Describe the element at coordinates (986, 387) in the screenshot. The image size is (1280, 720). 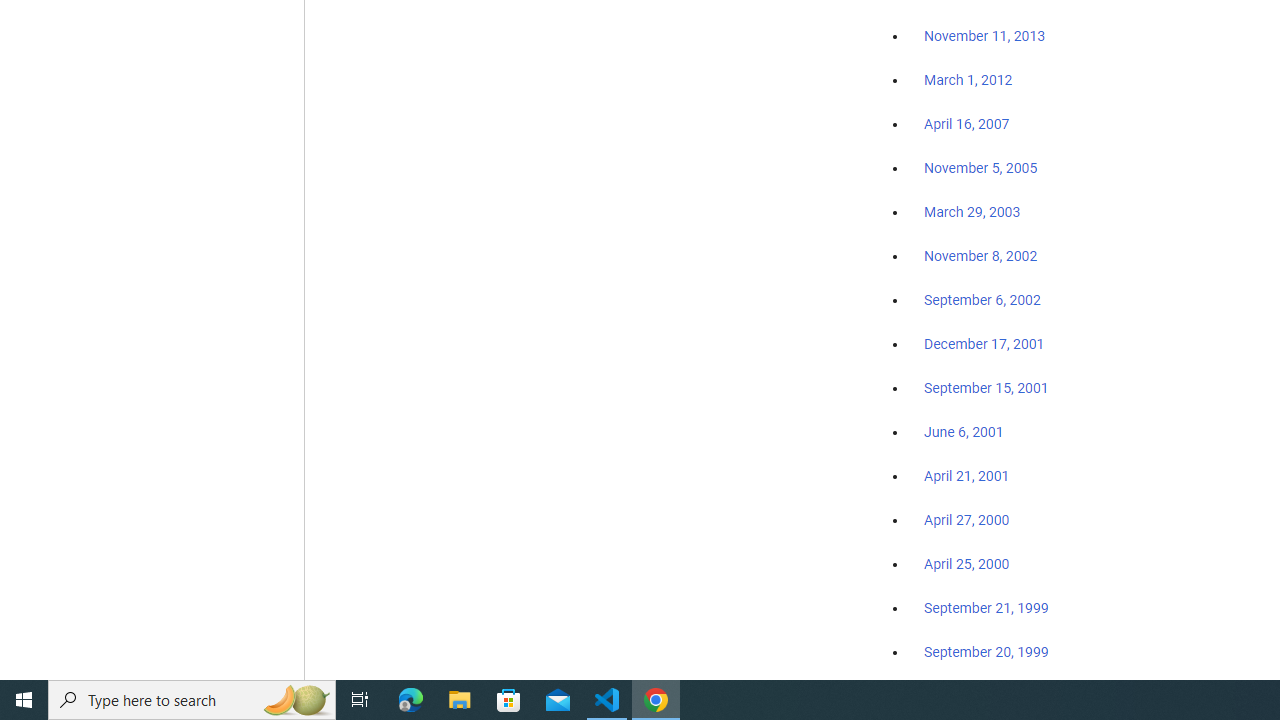
I see `'September 15, 2001'` at that location.